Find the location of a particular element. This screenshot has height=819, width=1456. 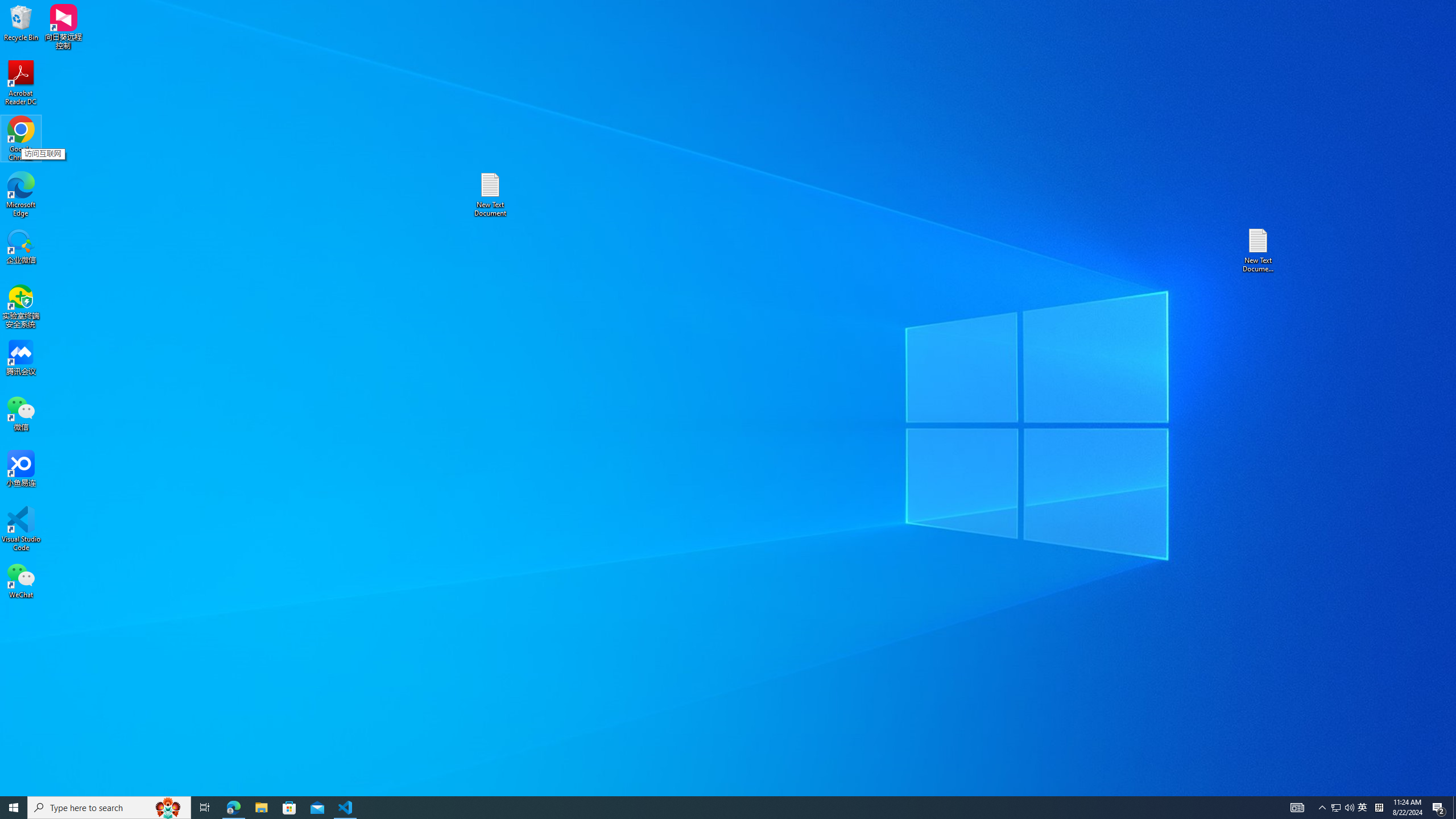

'Recycle Bin' is located at coordinates (20, 22).